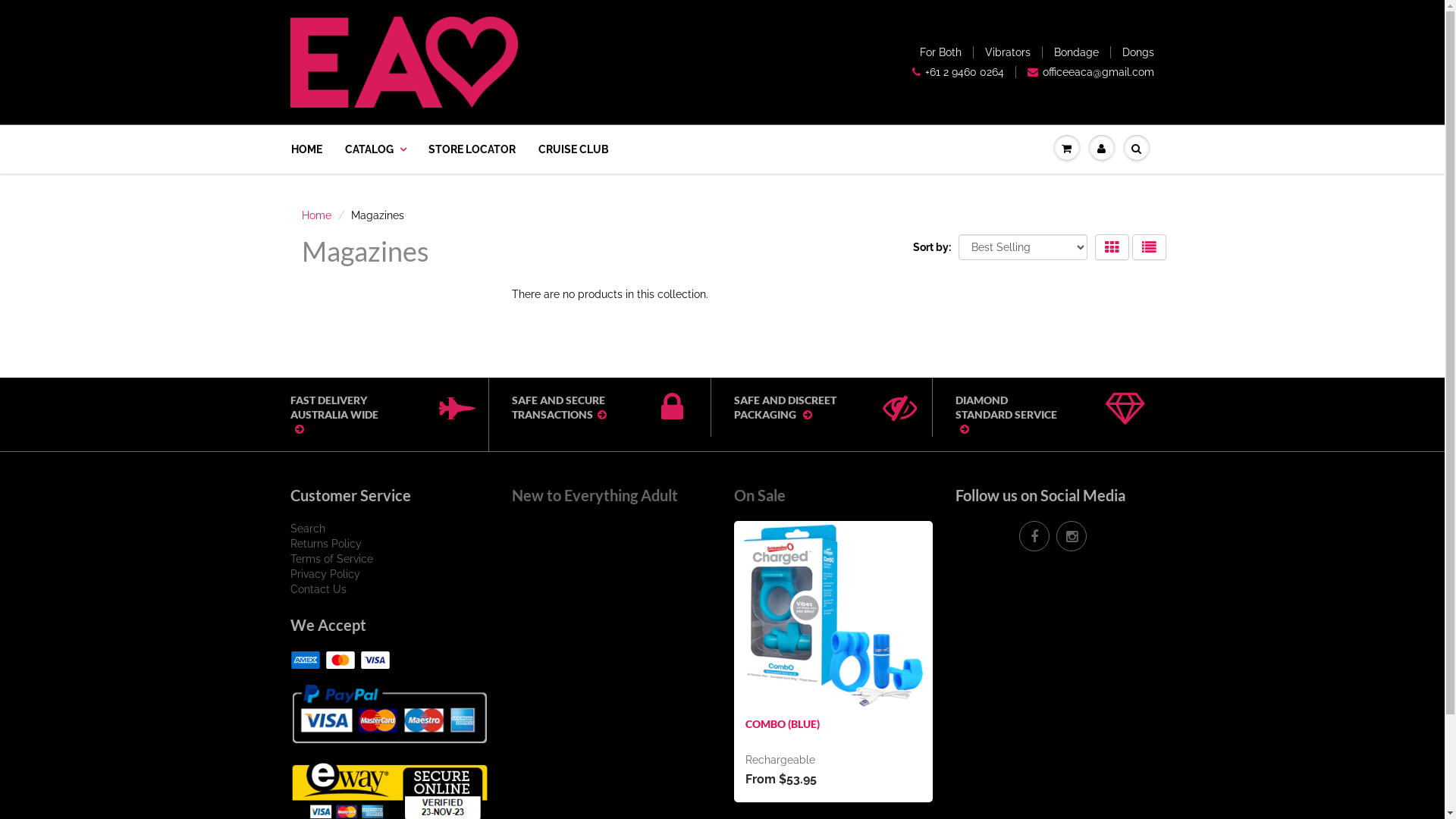 This screenshot has height=819, width=1456. What do you see at coordinates (316, 588) in the screenshot?
I see `'Contact Us'` at bounding box center [316, 588].